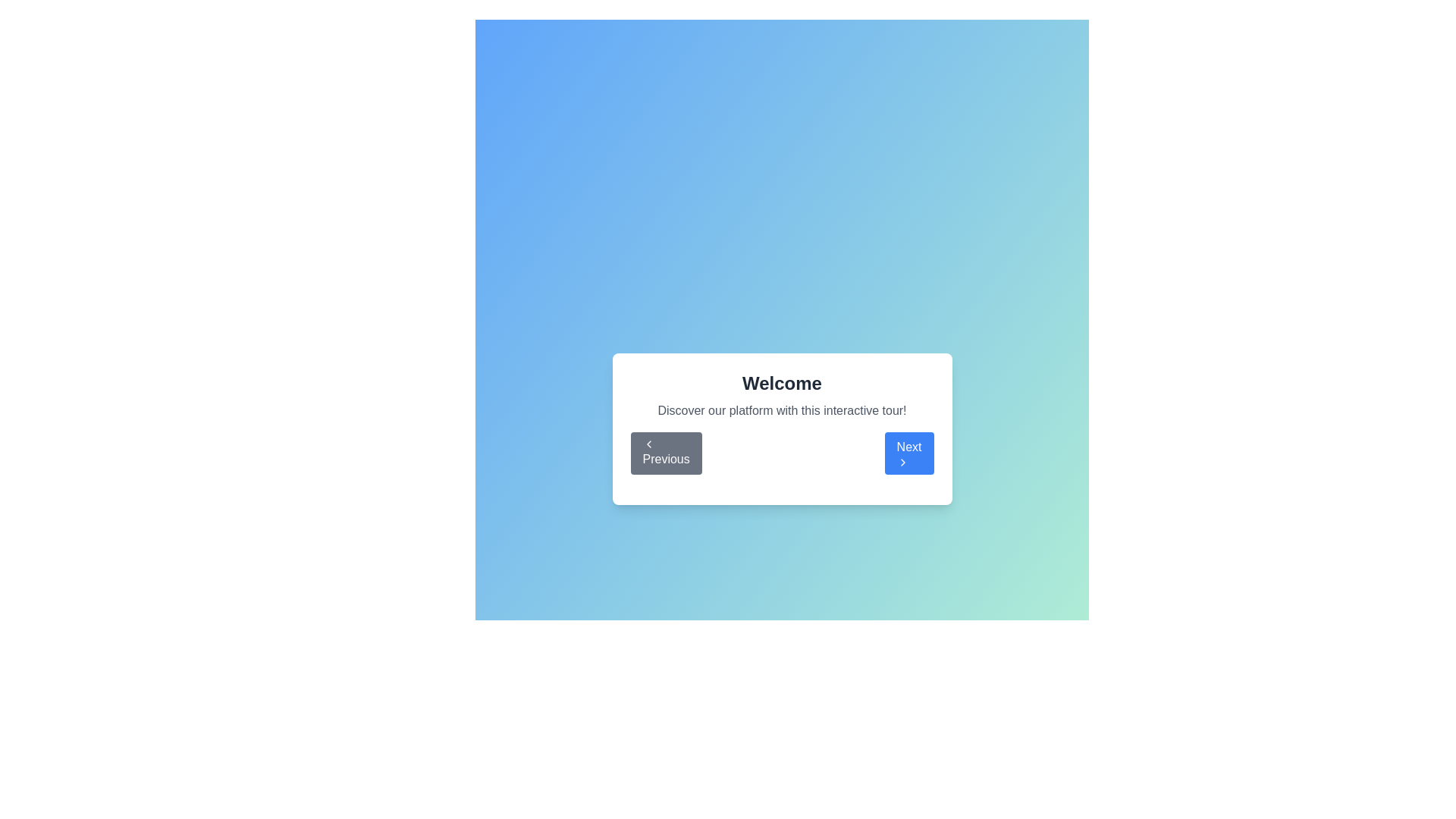 This screenshot has height=819, width=1456. What do you see at coordinates (782, 382) in the screenshot?
I see `the Text label that serves as a title or heading for the associated content below it, located at the center of the dialog box` at bounding box center [782, 382].